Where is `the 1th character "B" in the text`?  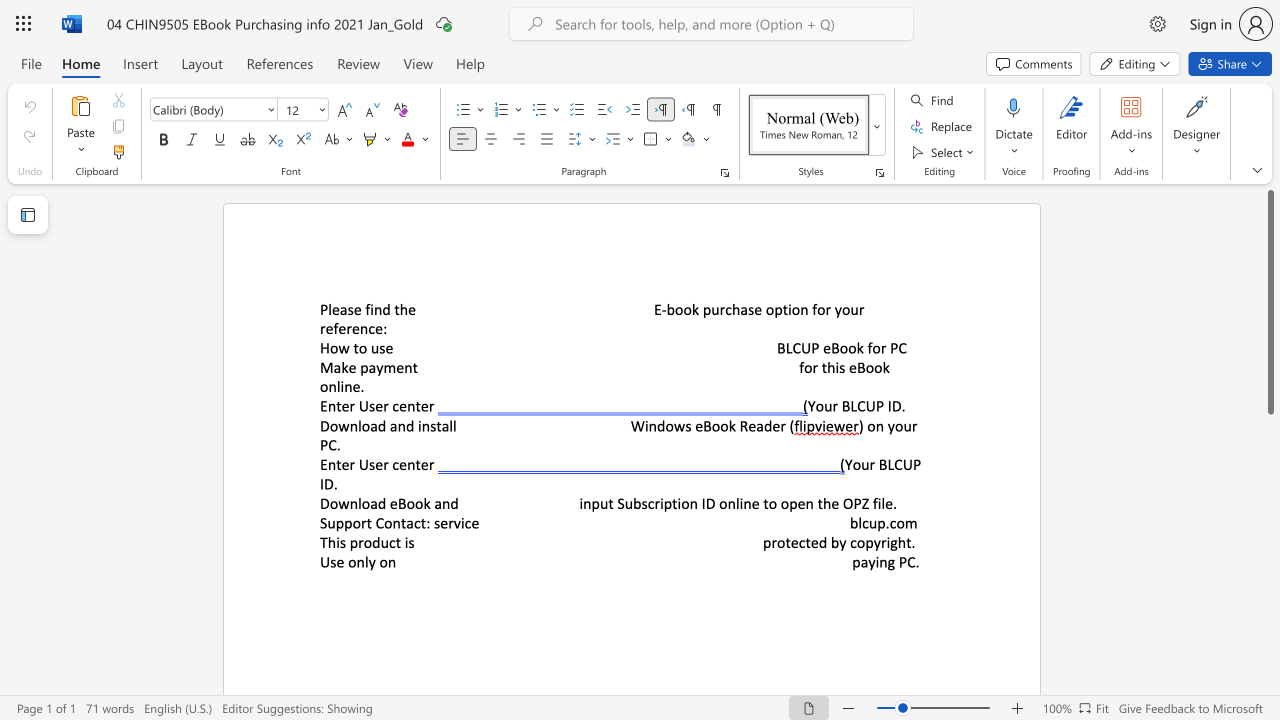
the 1th character "B" in the text is located at coordinates (401, 502).